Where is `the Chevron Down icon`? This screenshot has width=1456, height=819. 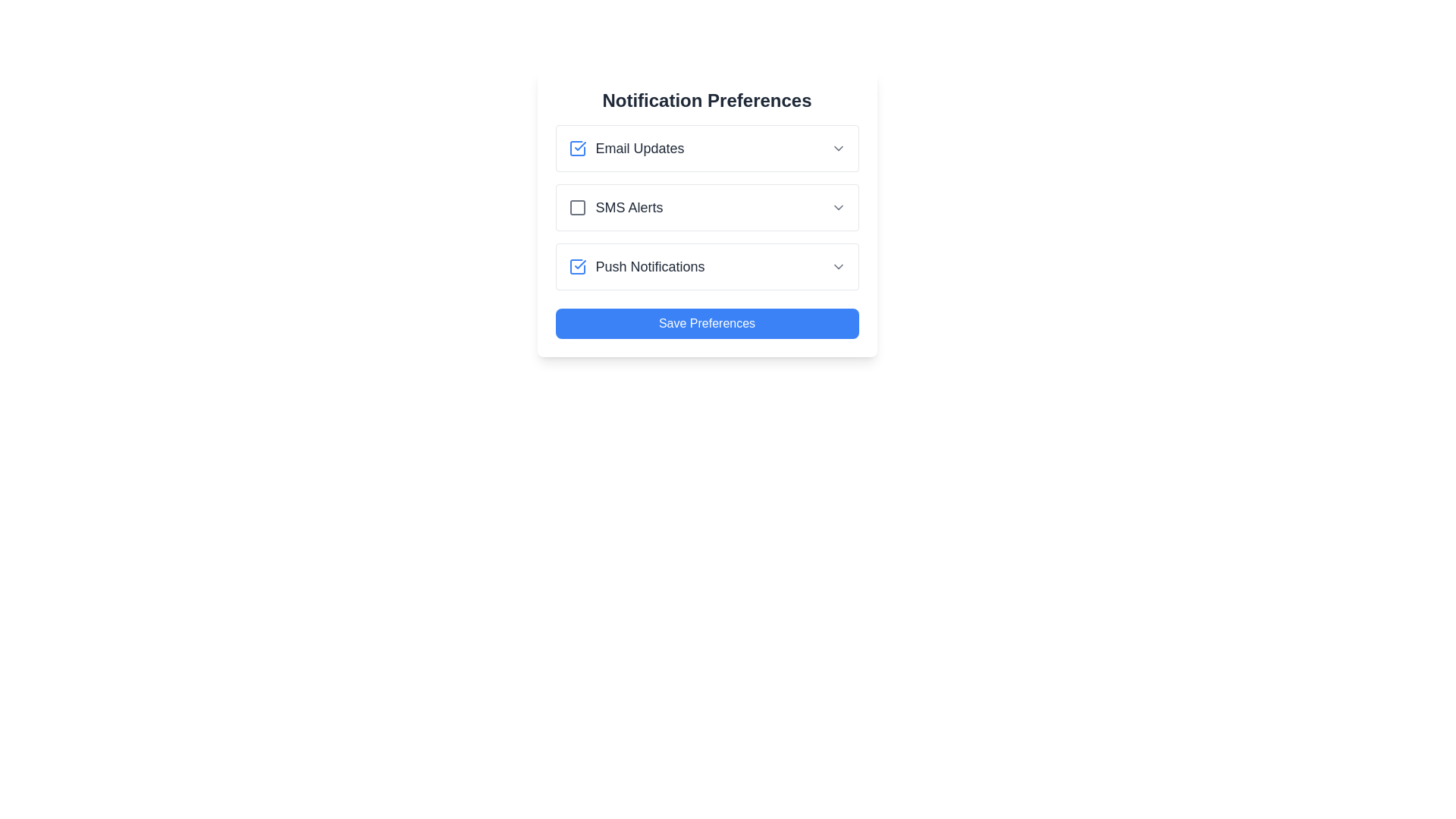 the Chevron Down icon is located at coordinates (837, 207).